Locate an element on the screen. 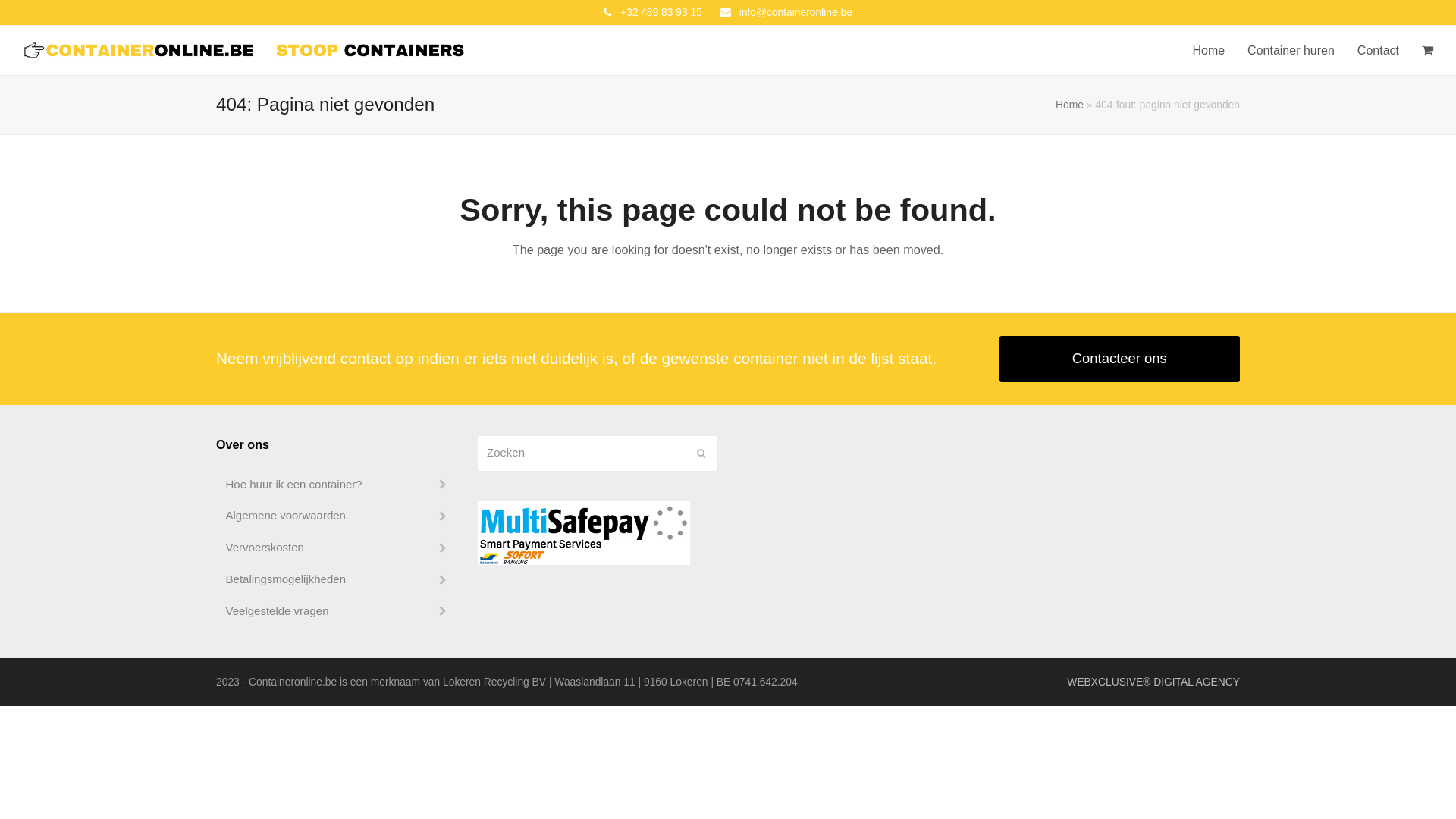 The width and height of the screenshot is (1456, 819). 'Contacteer ons' is located at coordinates (1120, 359).